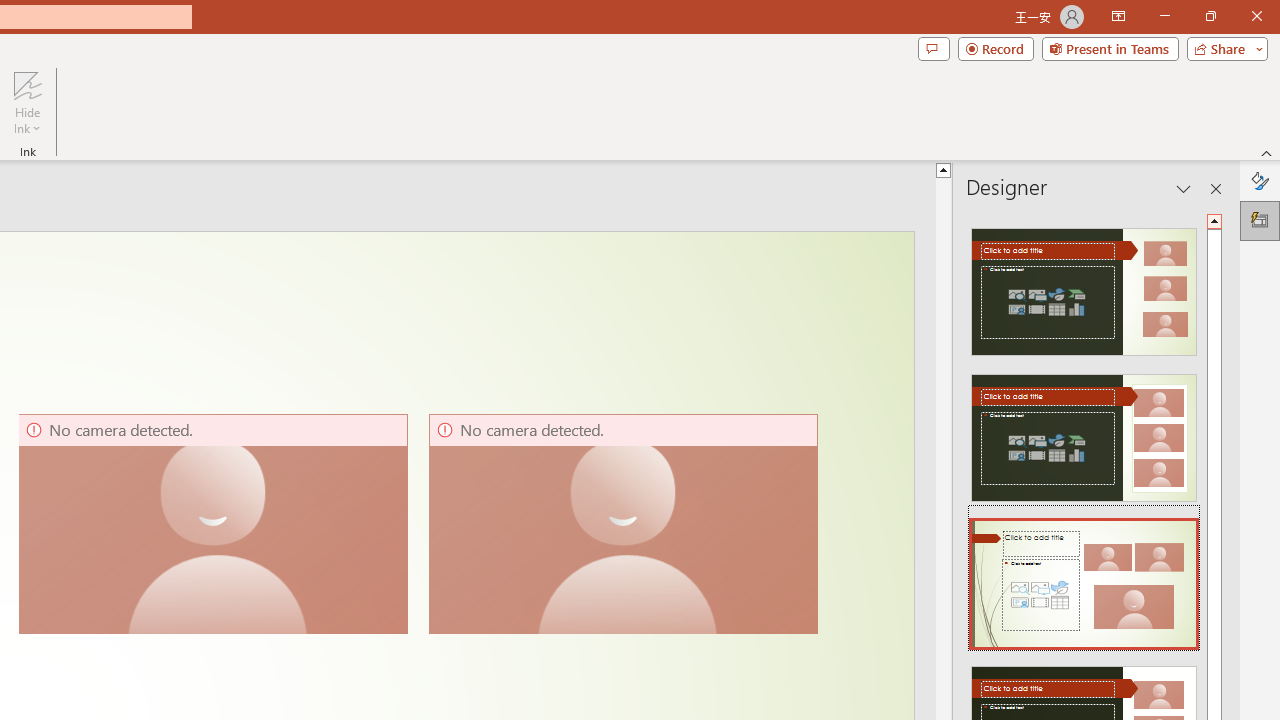 The height and width of the screenshot is (720, 1280). Describe the element at coordinates (1215, 189) in the screenshot. I see `'Close pane'` at that location.